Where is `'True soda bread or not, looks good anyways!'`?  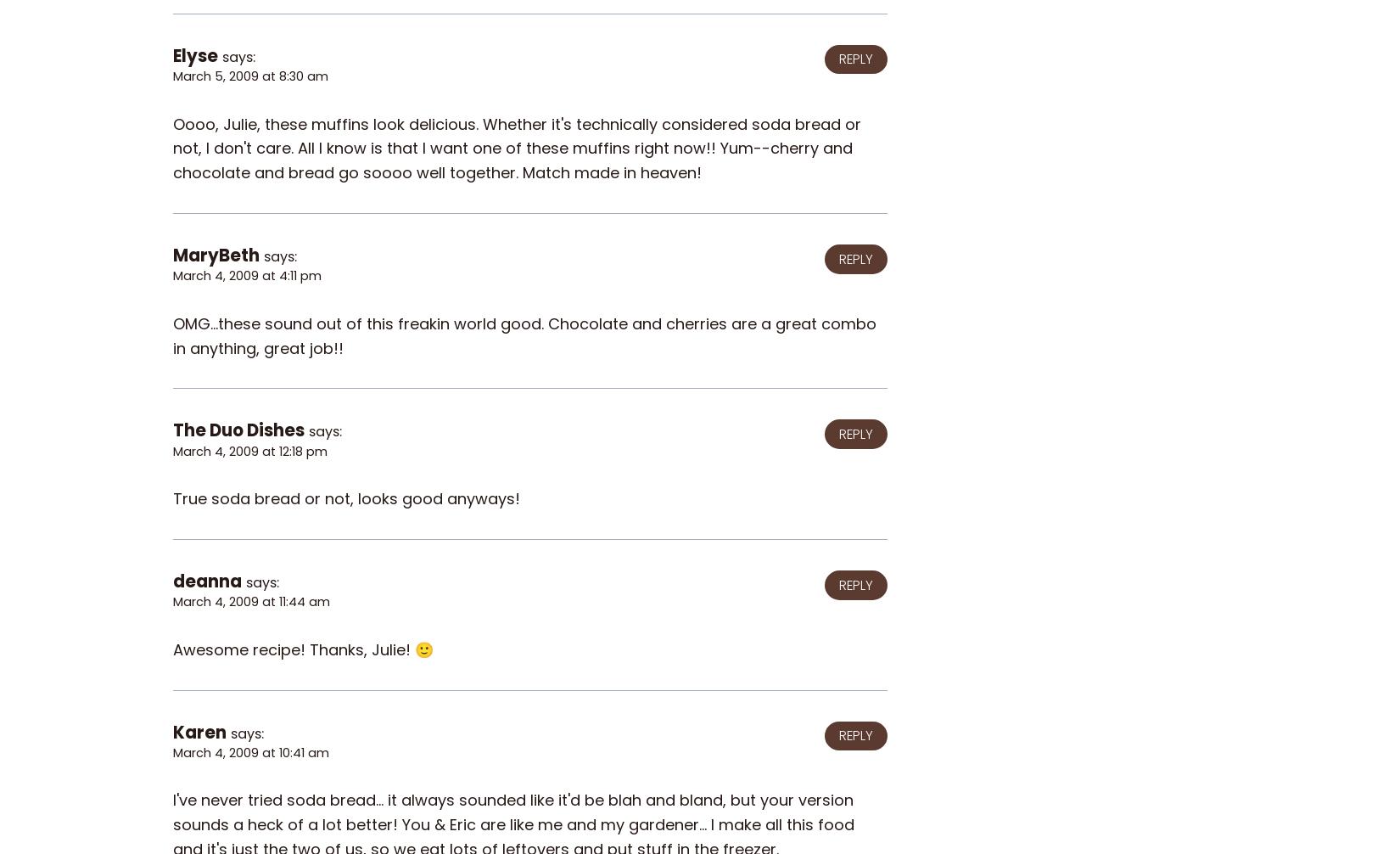 'True soda bread or not, looks good anyways!' is located at coordinates (346, 498).